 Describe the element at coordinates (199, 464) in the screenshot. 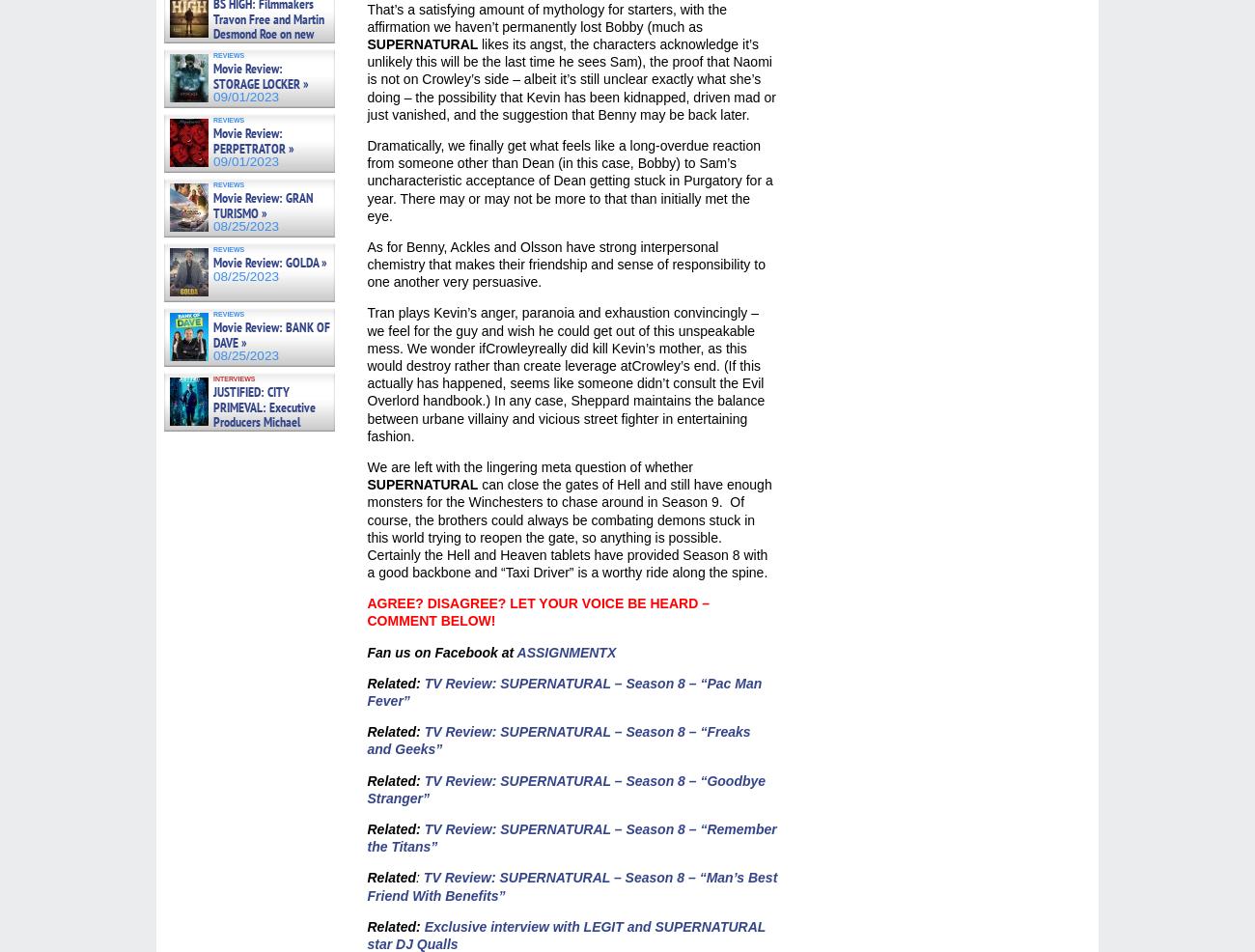

I see `'08/22/2023'` at that location.